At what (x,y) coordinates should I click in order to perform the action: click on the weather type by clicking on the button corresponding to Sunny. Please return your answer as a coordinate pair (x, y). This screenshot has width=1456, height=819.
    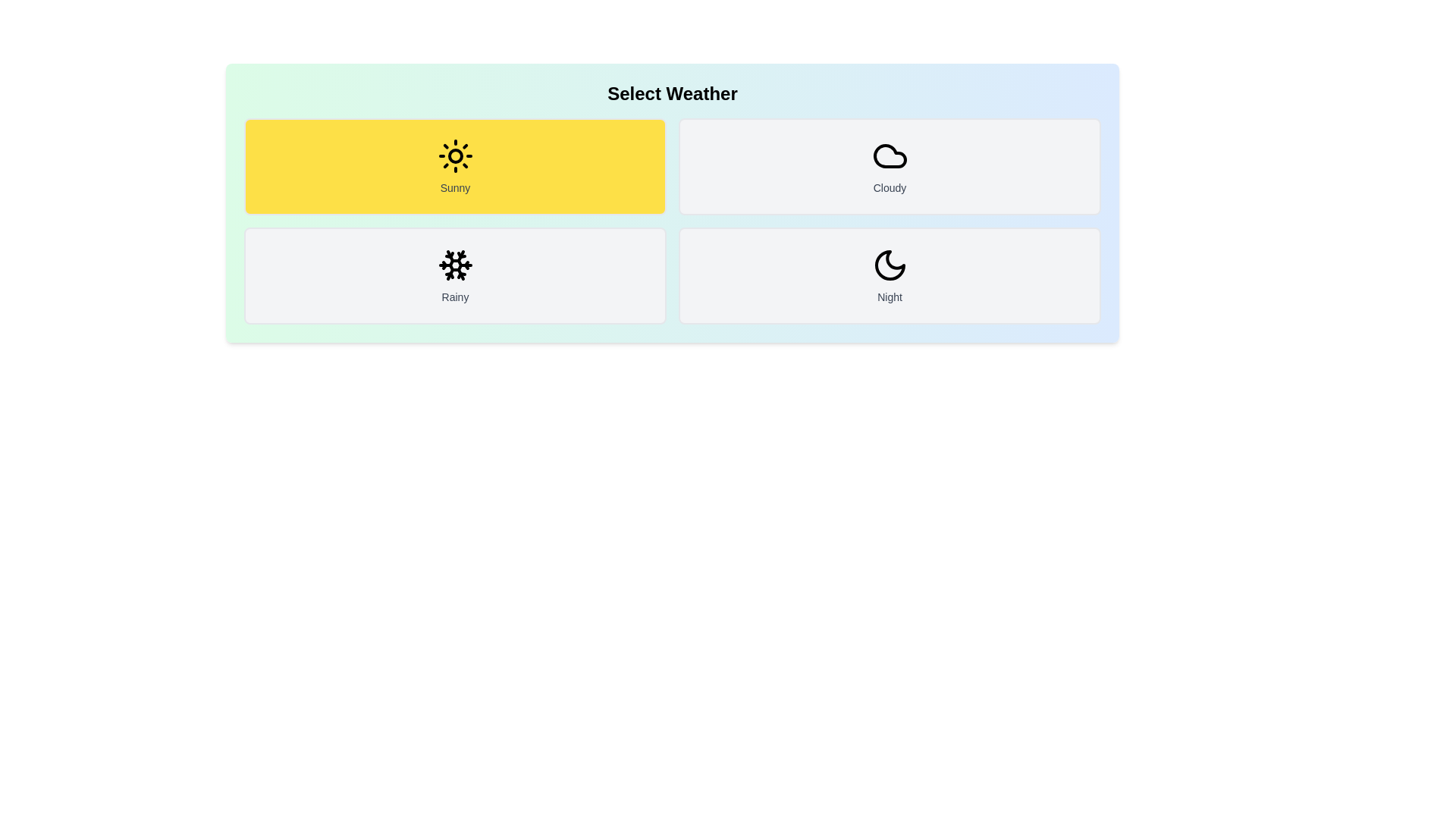
    Looking at the image, I should click on (454, 166).